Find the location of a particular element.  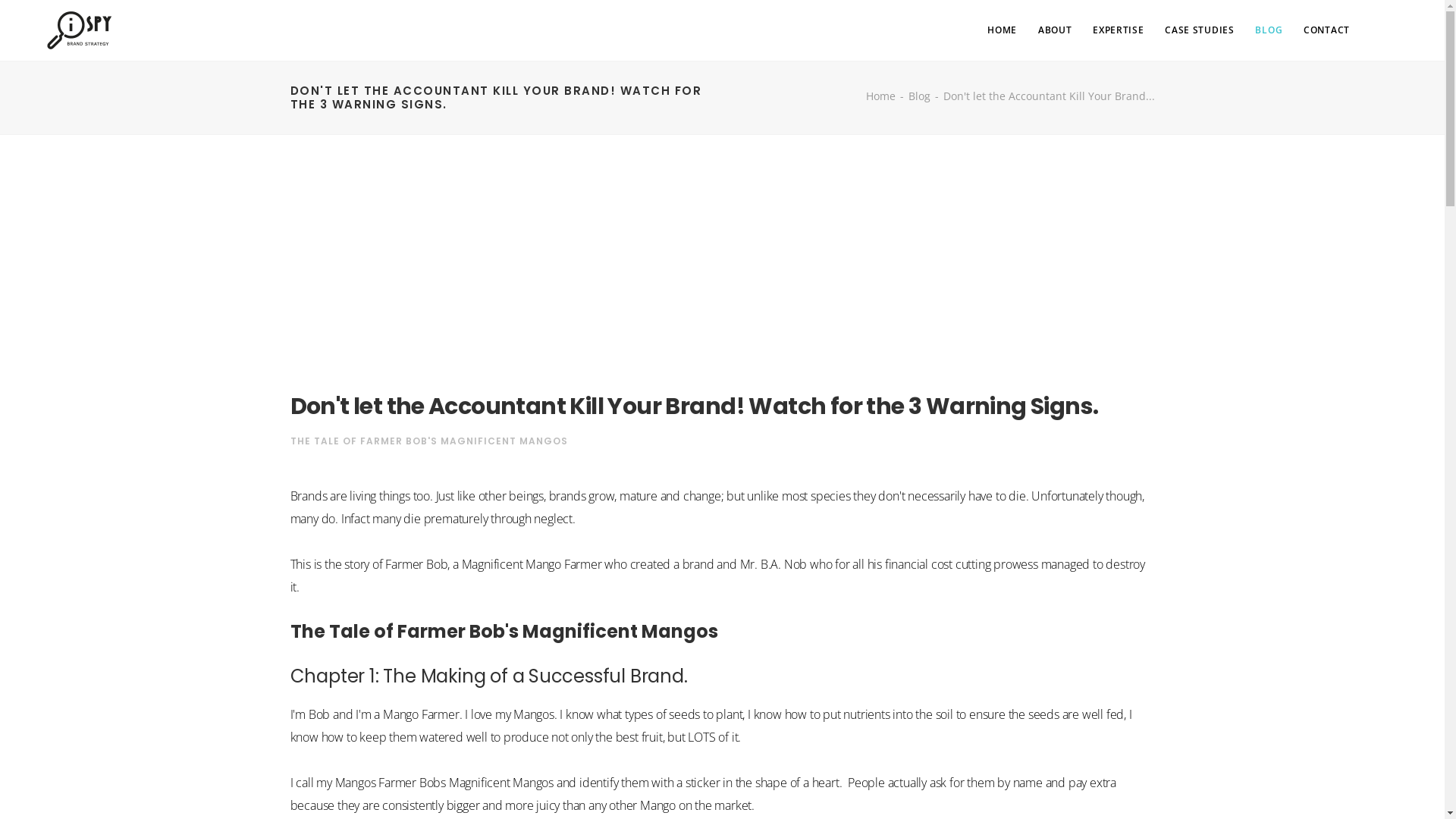

'HOME' is located at coordinates (1002, 30).